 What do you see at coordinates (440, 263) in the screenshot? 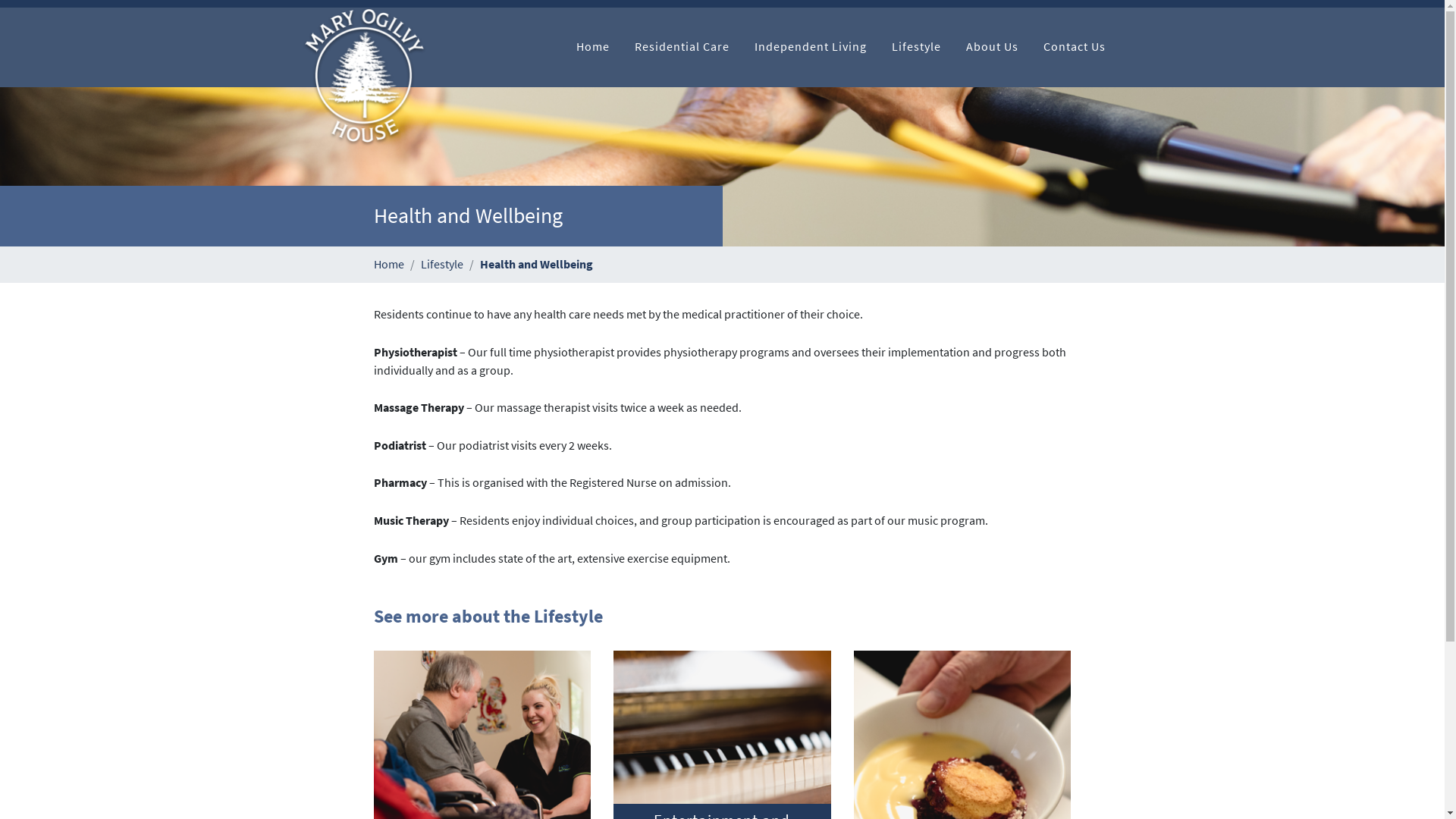
I see `'Lifestyle'` at bounding box center [440, 263].